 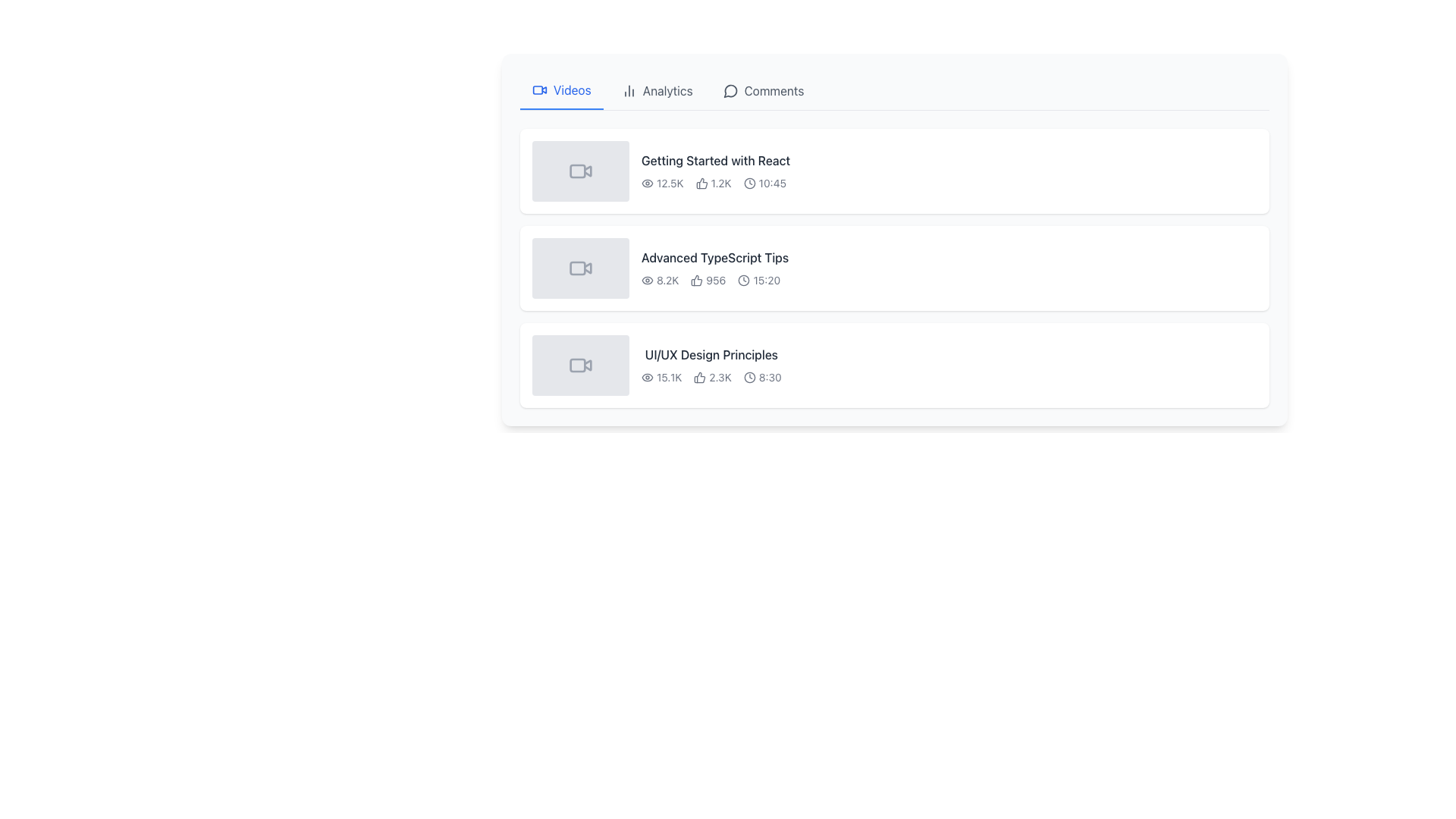 I want to click on the views count text element located to the left of the likes count ('2.3K') and the duration ('8:30') below the video title 'UI/UX Design Principles', so click(x=661, y=376).